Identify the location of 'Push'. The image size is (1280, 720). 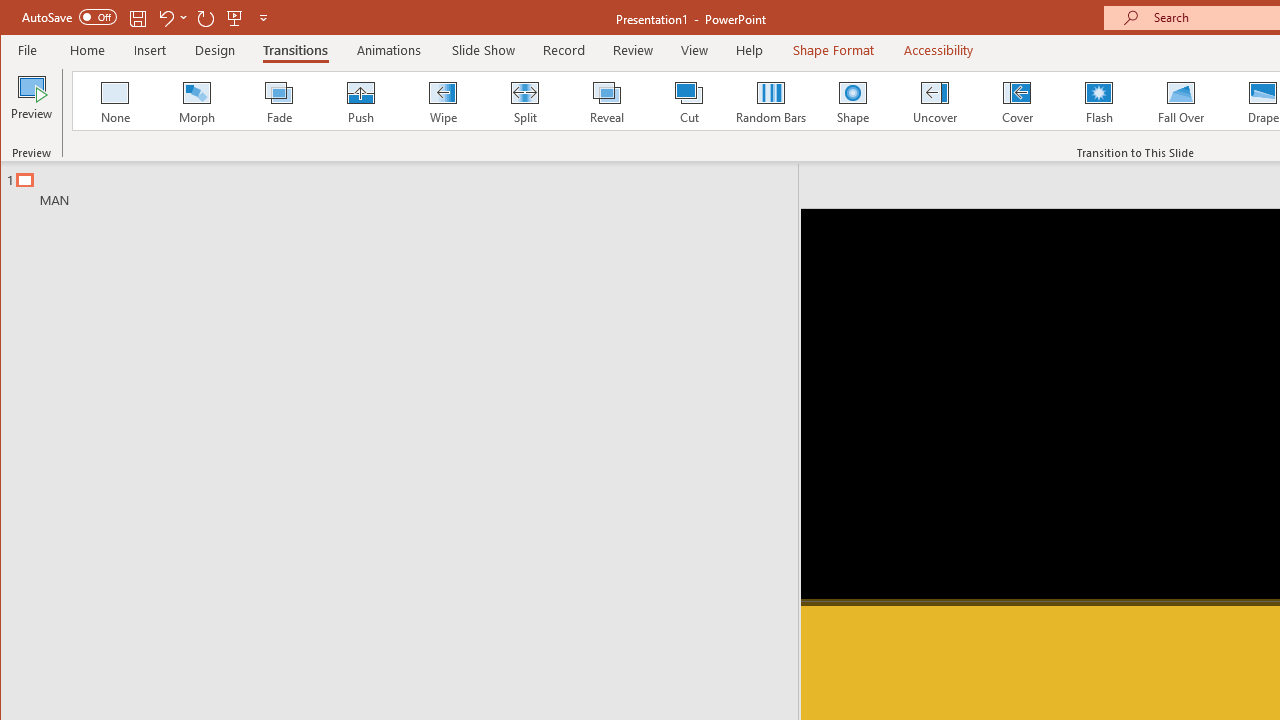
(360, 100).